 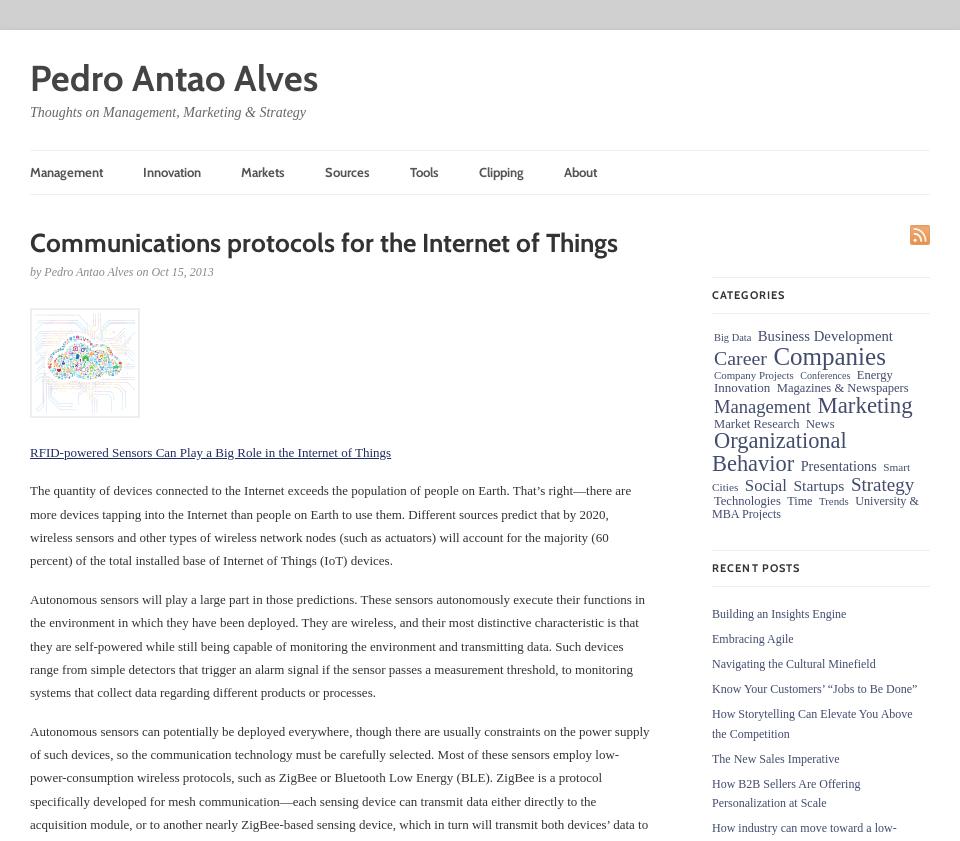 I want to click on 'University & MBA Projects', so click(x=815, y=507).